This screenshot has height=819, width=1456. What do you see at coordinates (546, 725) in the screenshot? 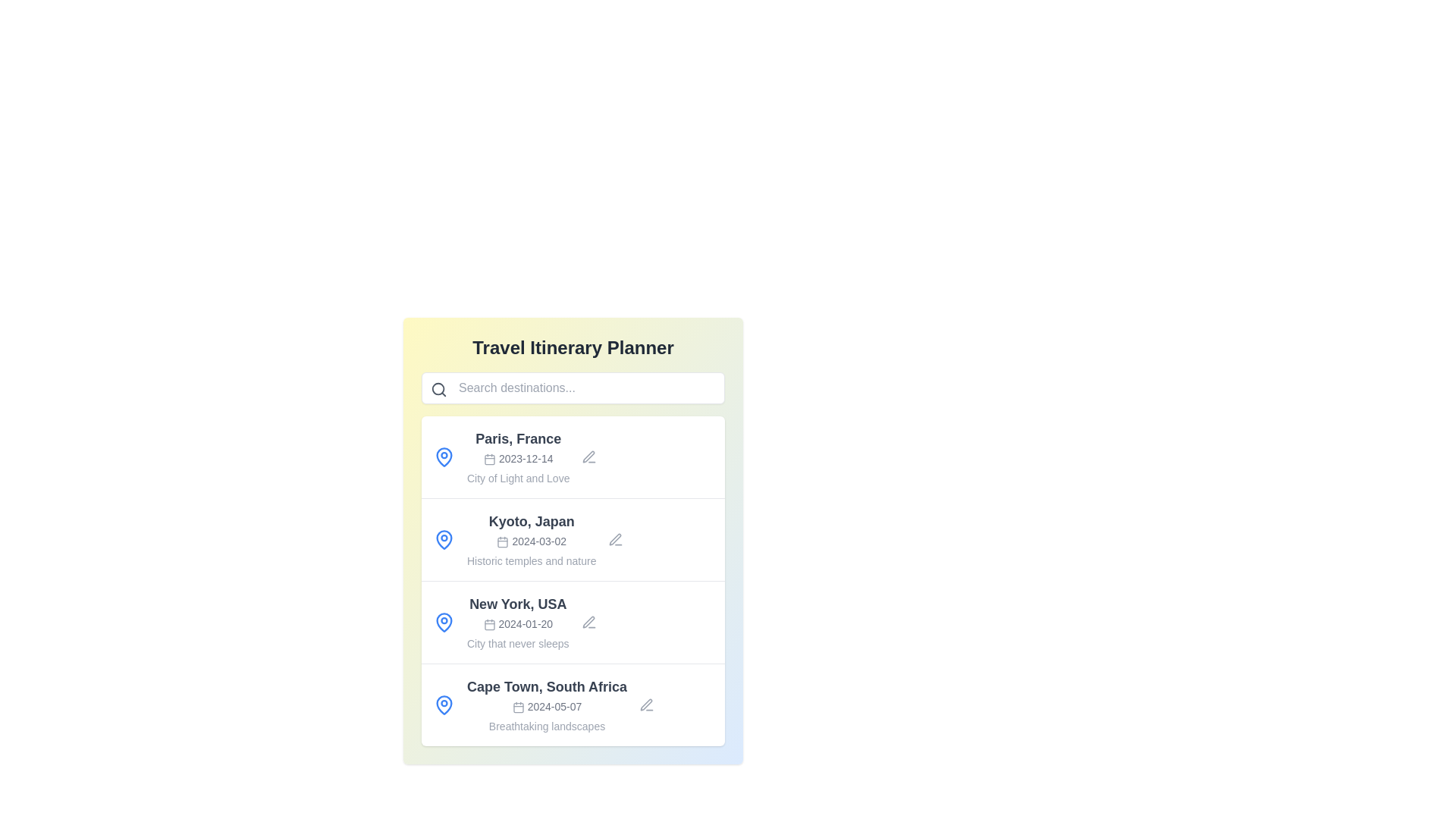
I see `the text label providing additional descriptive information about the location in the card for accessibility tools to read it` at bounding box center [546, 725].